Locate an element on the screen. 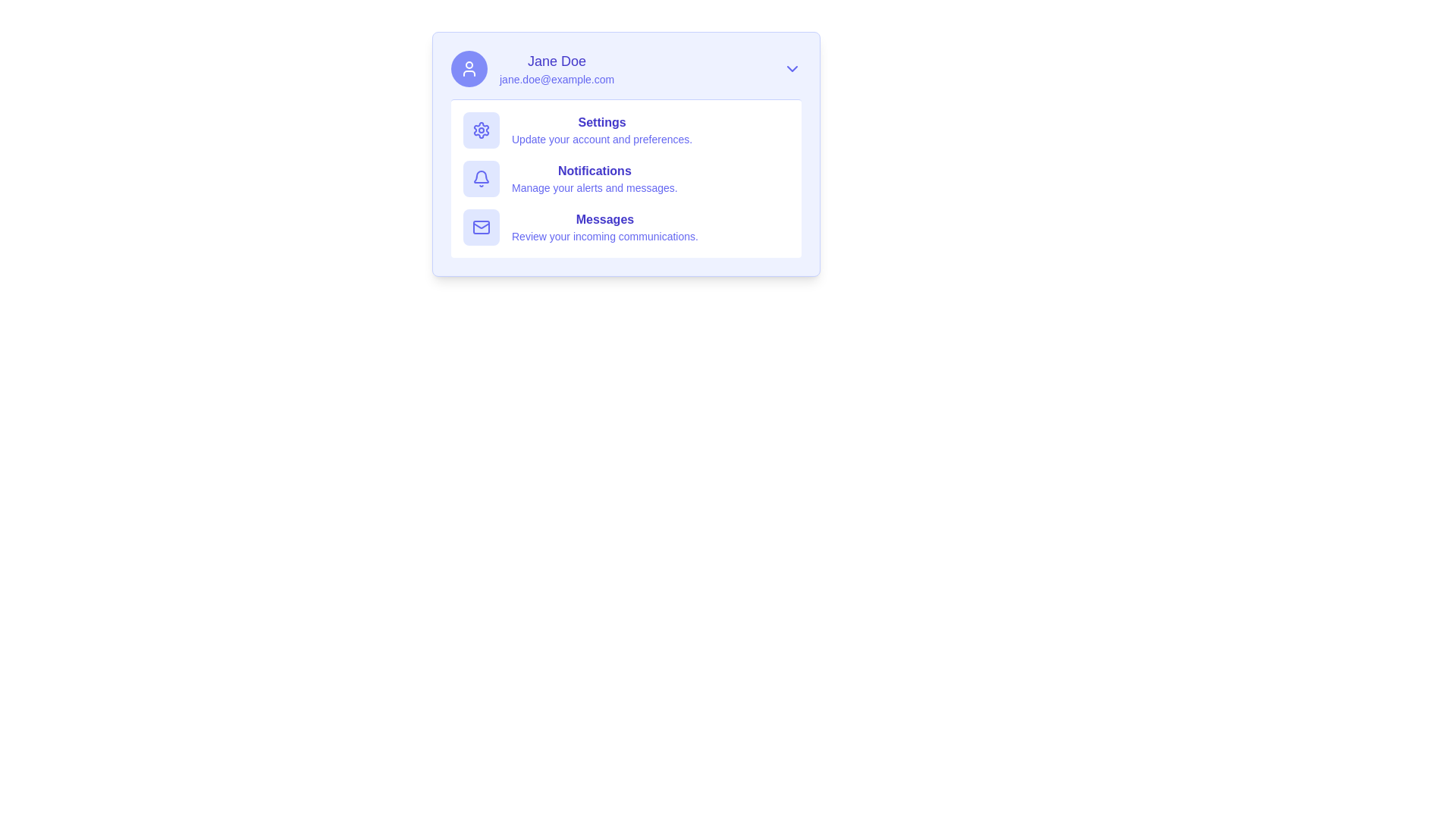 This screenshot has width=1456, height=819. the envelope icon representing mail within the 'Messages' option in the user control panel is located at coordinates (480, 227).